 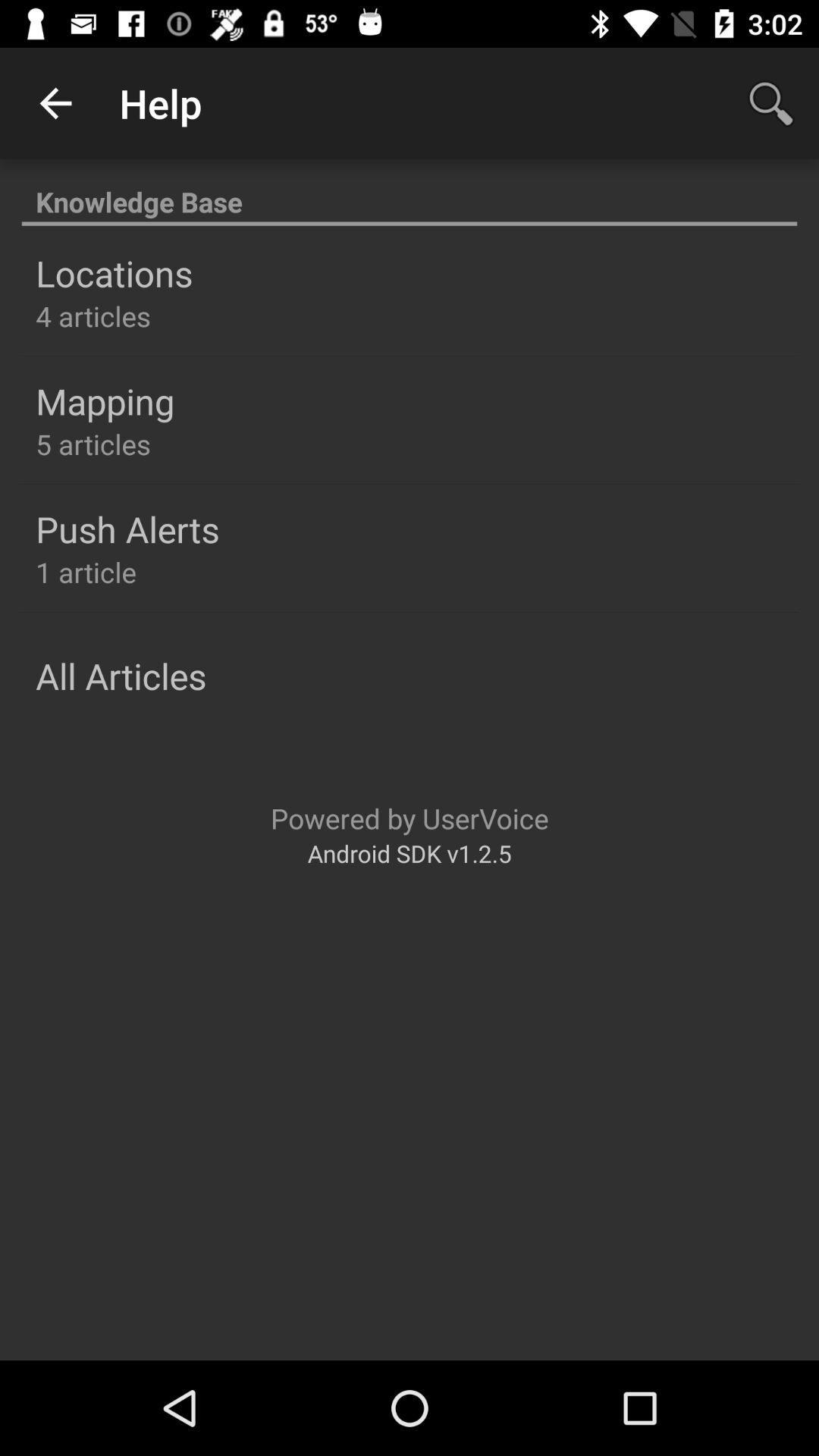 What do you see at coordinates (409, 853) in the screenshot?
I see `the android sdk v1 icon` at bounding box center [409, 853].